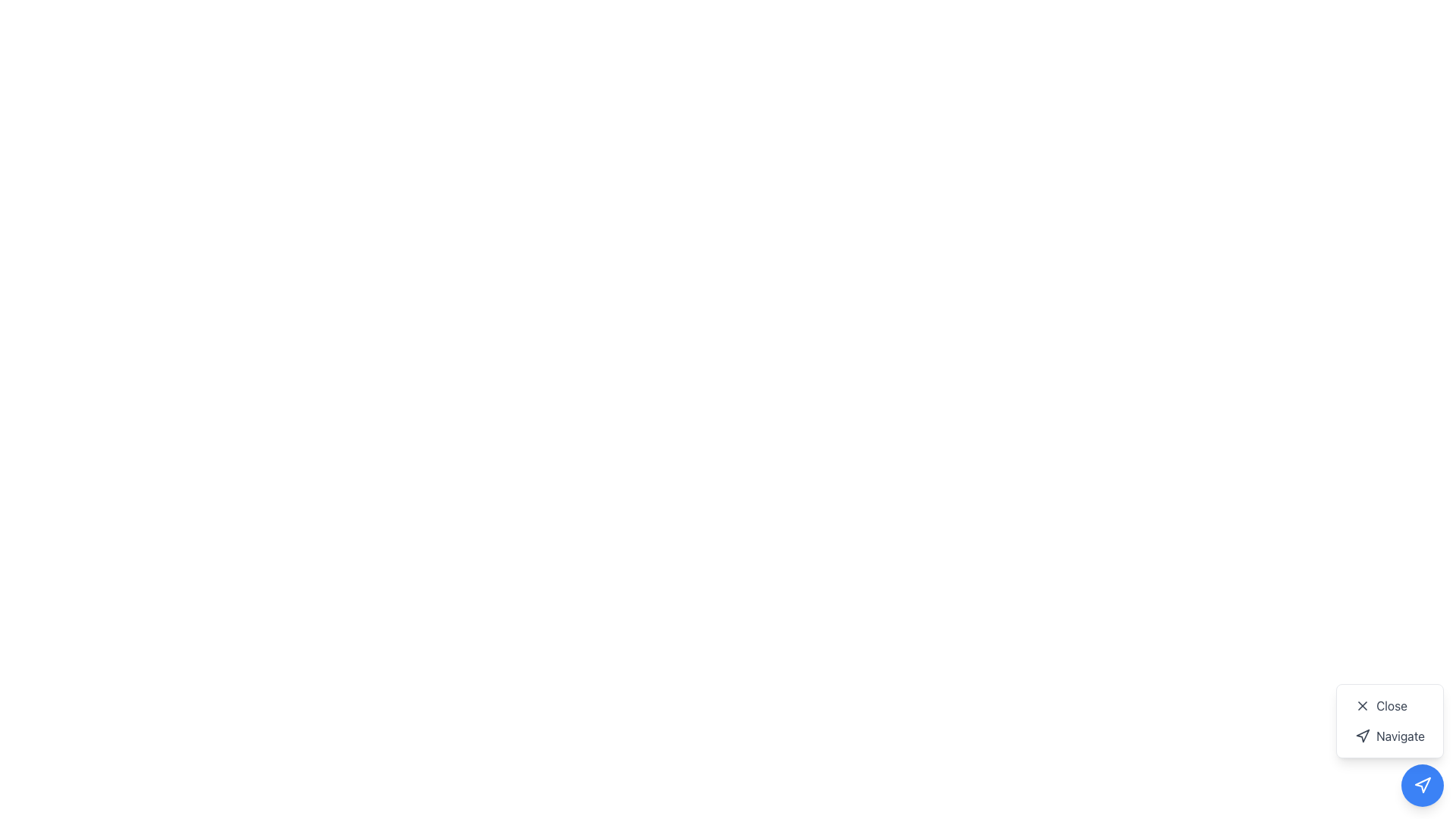 This screenshot has width=1456, height=819. What do you see at coordinates (1390, 720) in the screenshot?
I see `the 'Navigate' row in the bottom-right menu pop-up` at bounding box center [1390, 720].